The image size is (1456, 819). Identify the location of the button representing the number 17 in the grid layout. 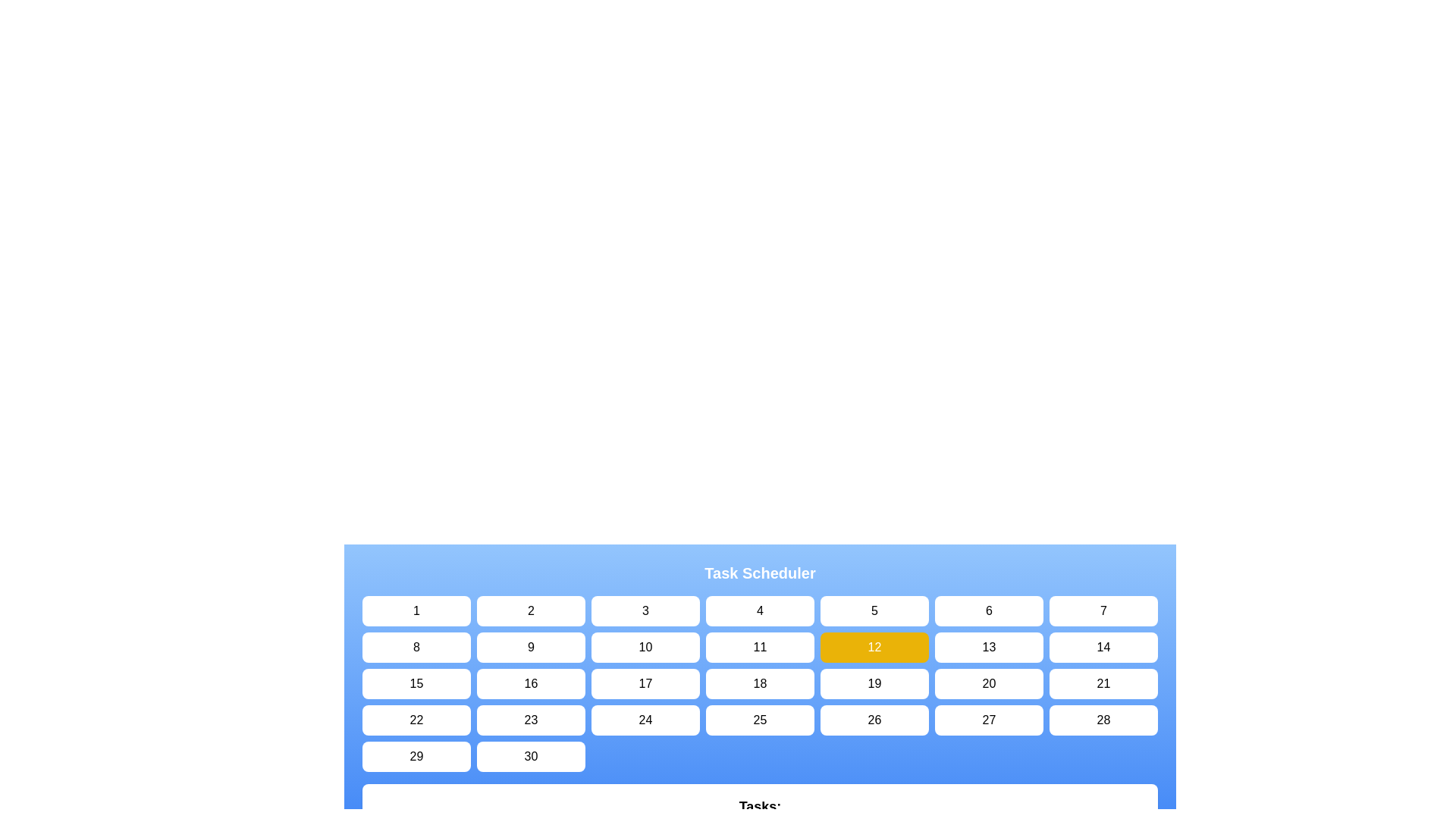
(645, 684).